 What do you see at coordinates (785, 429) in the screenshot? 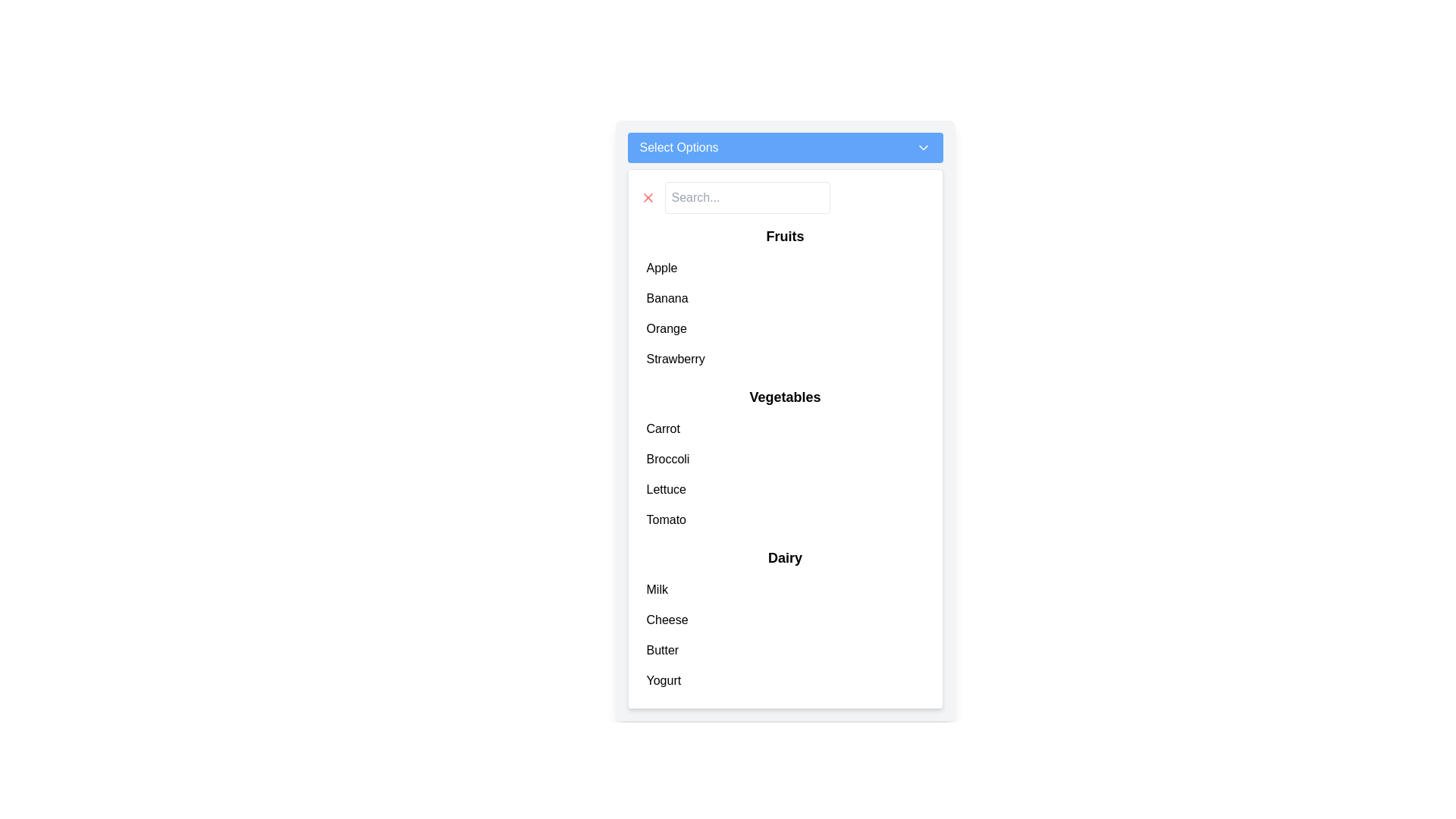
I see `the first list item labeled 'Carrot' under the 'Vegetables' category` at bounding box center [785, 429].